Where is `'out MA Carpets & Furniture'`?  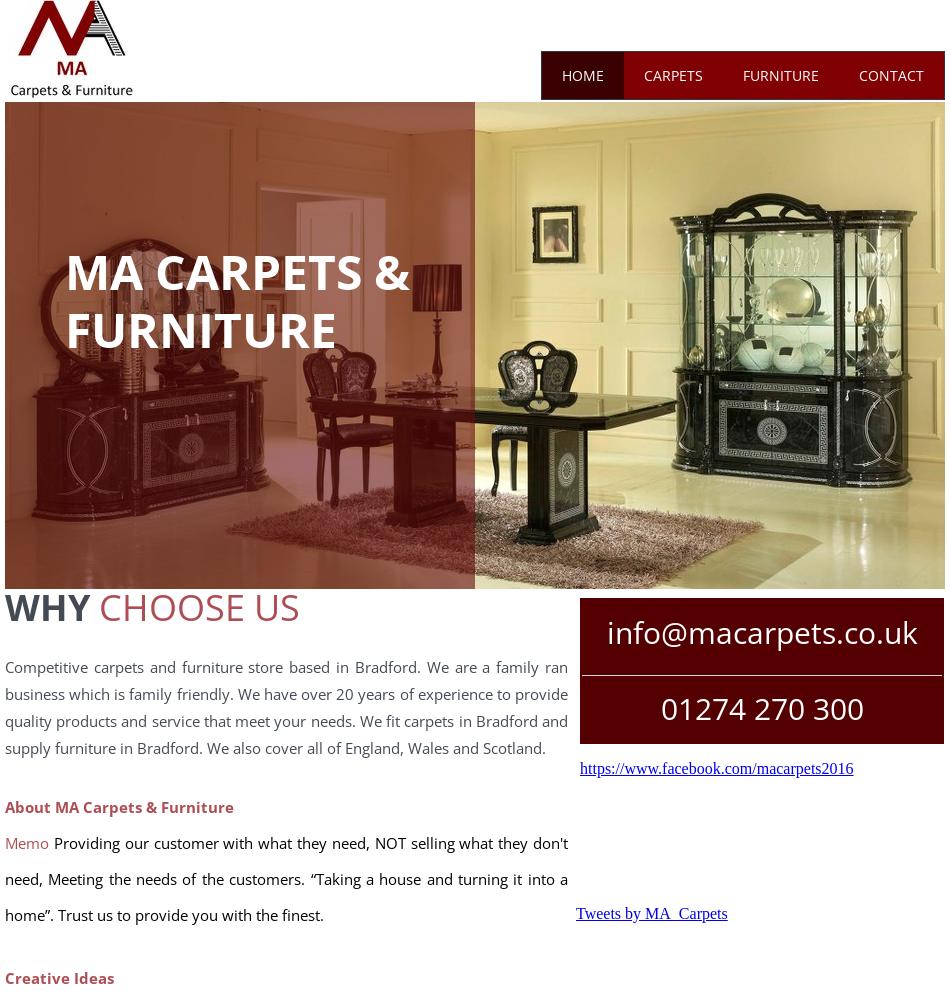
'out MA Carpets & Furniture' is located at coordinates (129, 807).